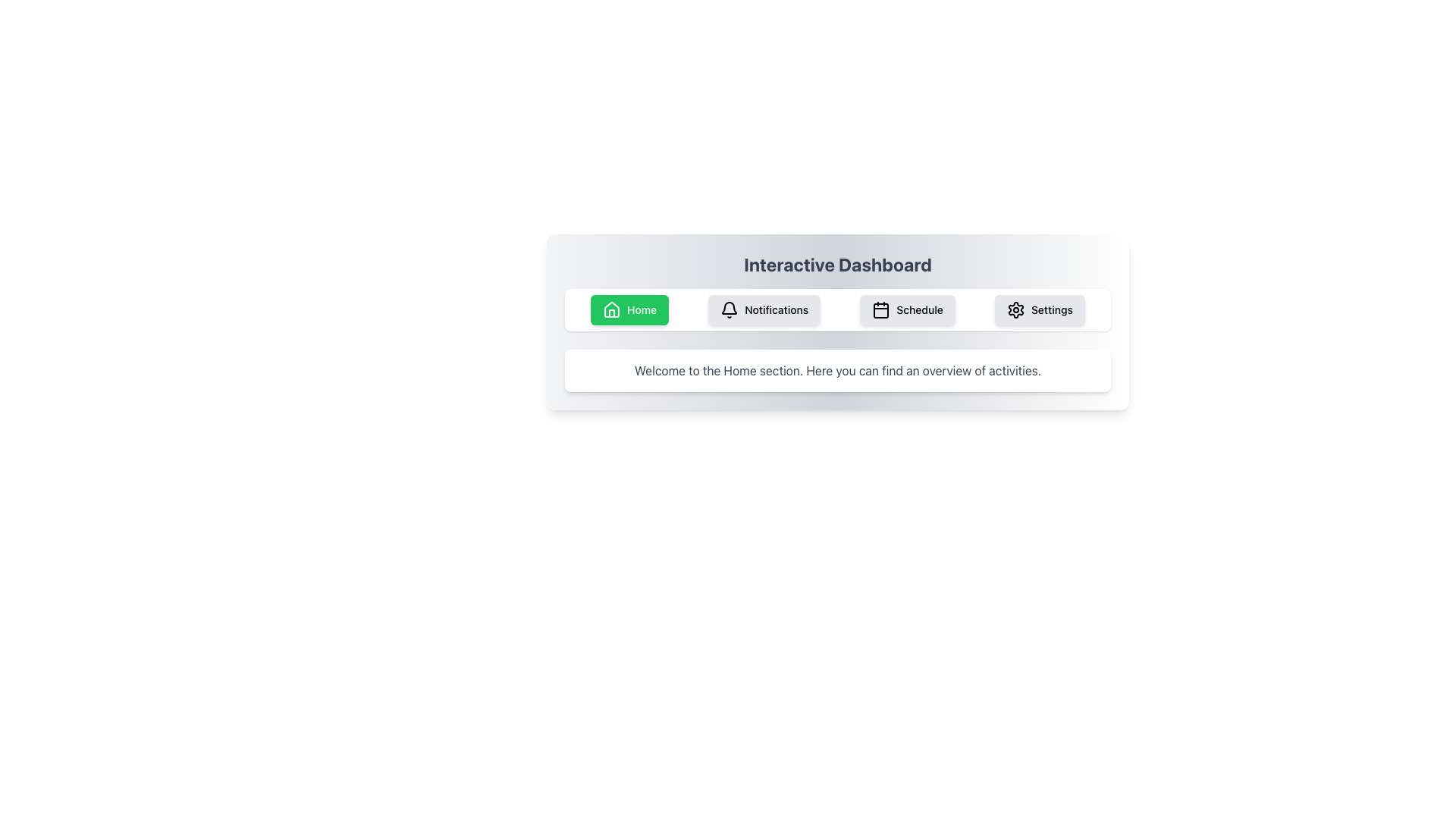 The height and width of the screenshot is (819, 1456). What do you see at coordinates (836, 309) in the screenshot?
I see `the 'Home' button in the navigation bar` at bounding box center [836, 309].